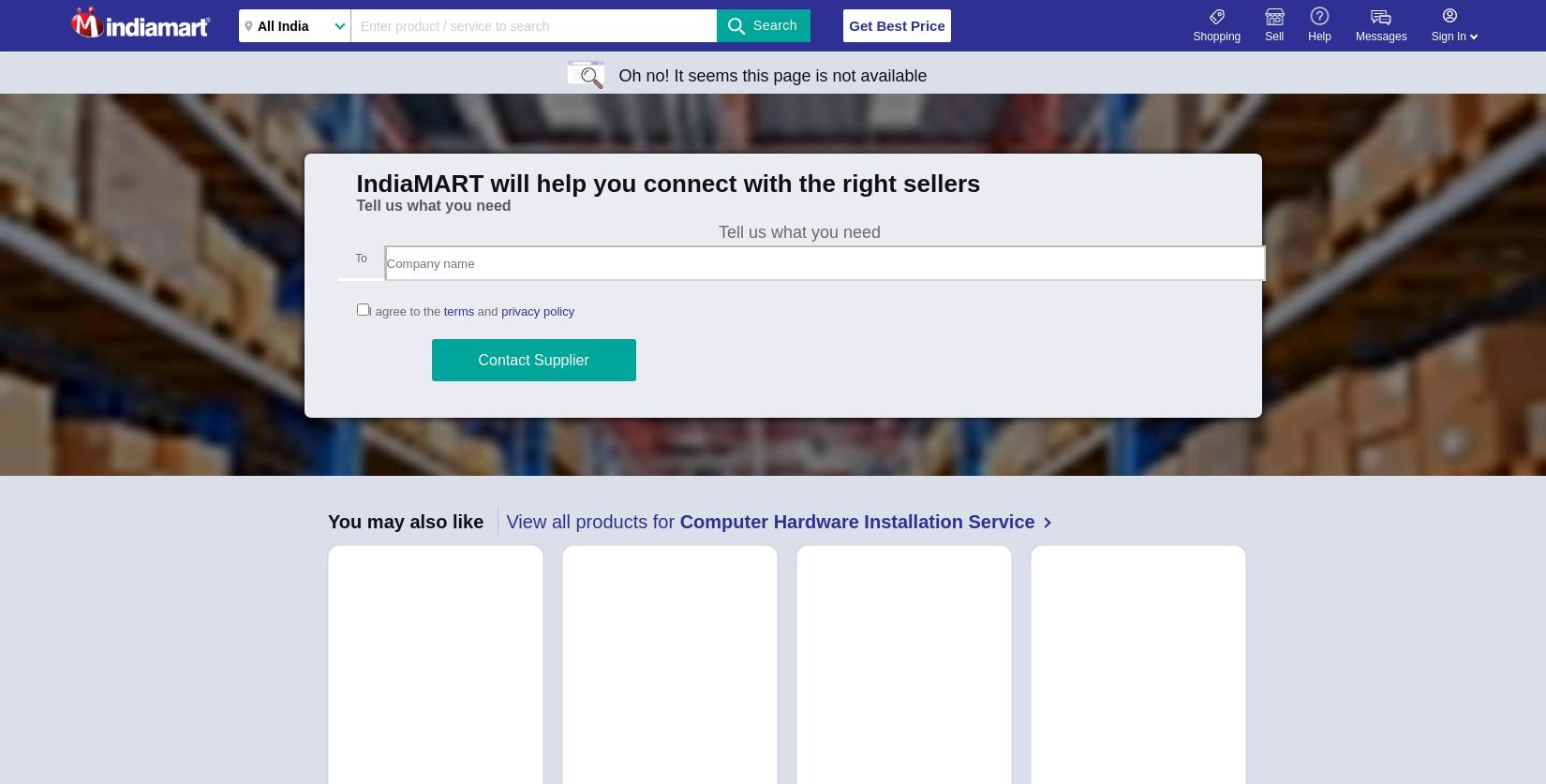 The width and height of the screenshot is (1546, 784). Describe the element at coordinates (327, 521) in the screenshot. I see `'You may also like'` at that location.